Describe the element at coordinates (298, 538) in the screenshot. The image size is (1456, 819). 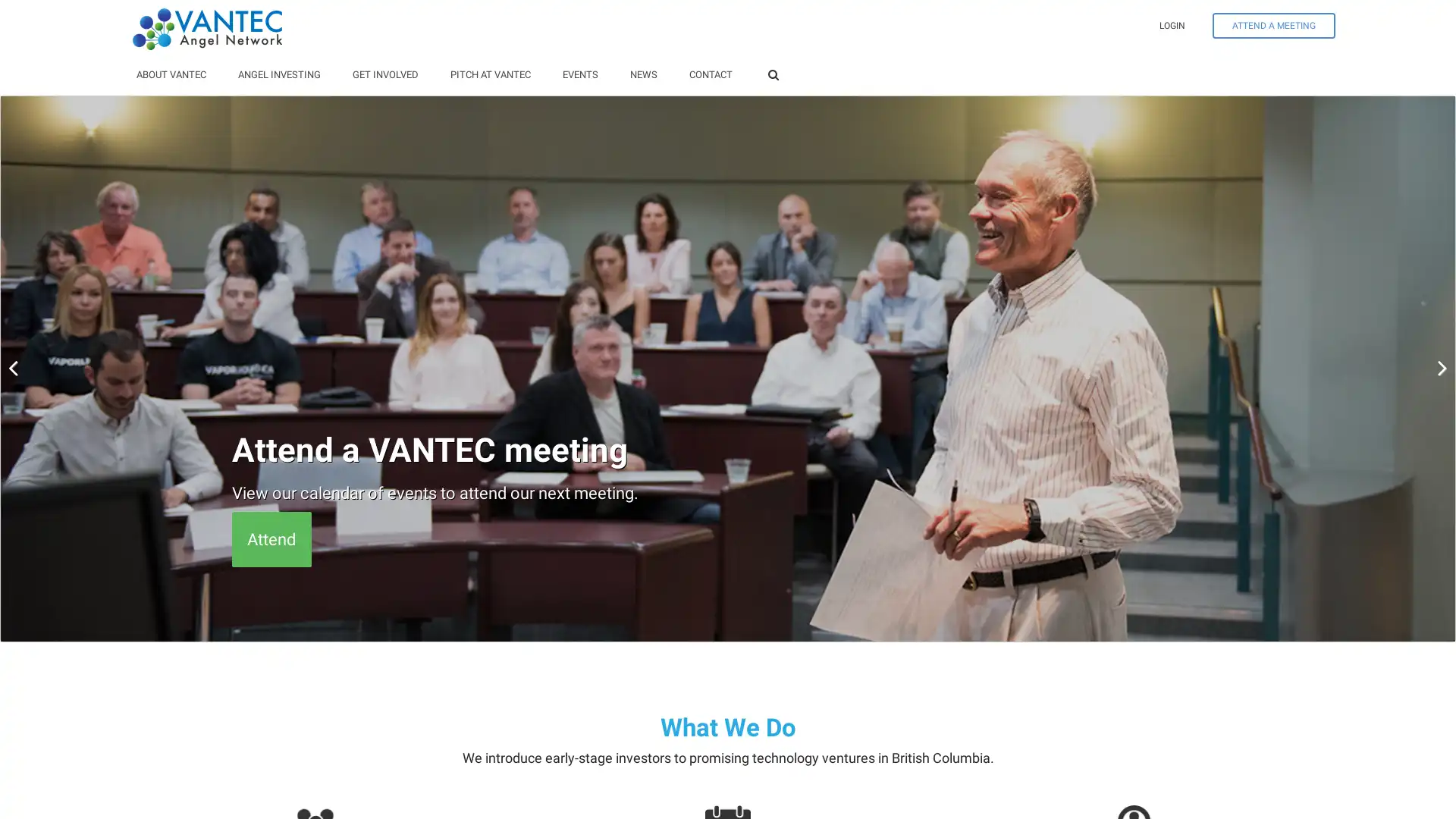
I see `Find Out More` at that location.